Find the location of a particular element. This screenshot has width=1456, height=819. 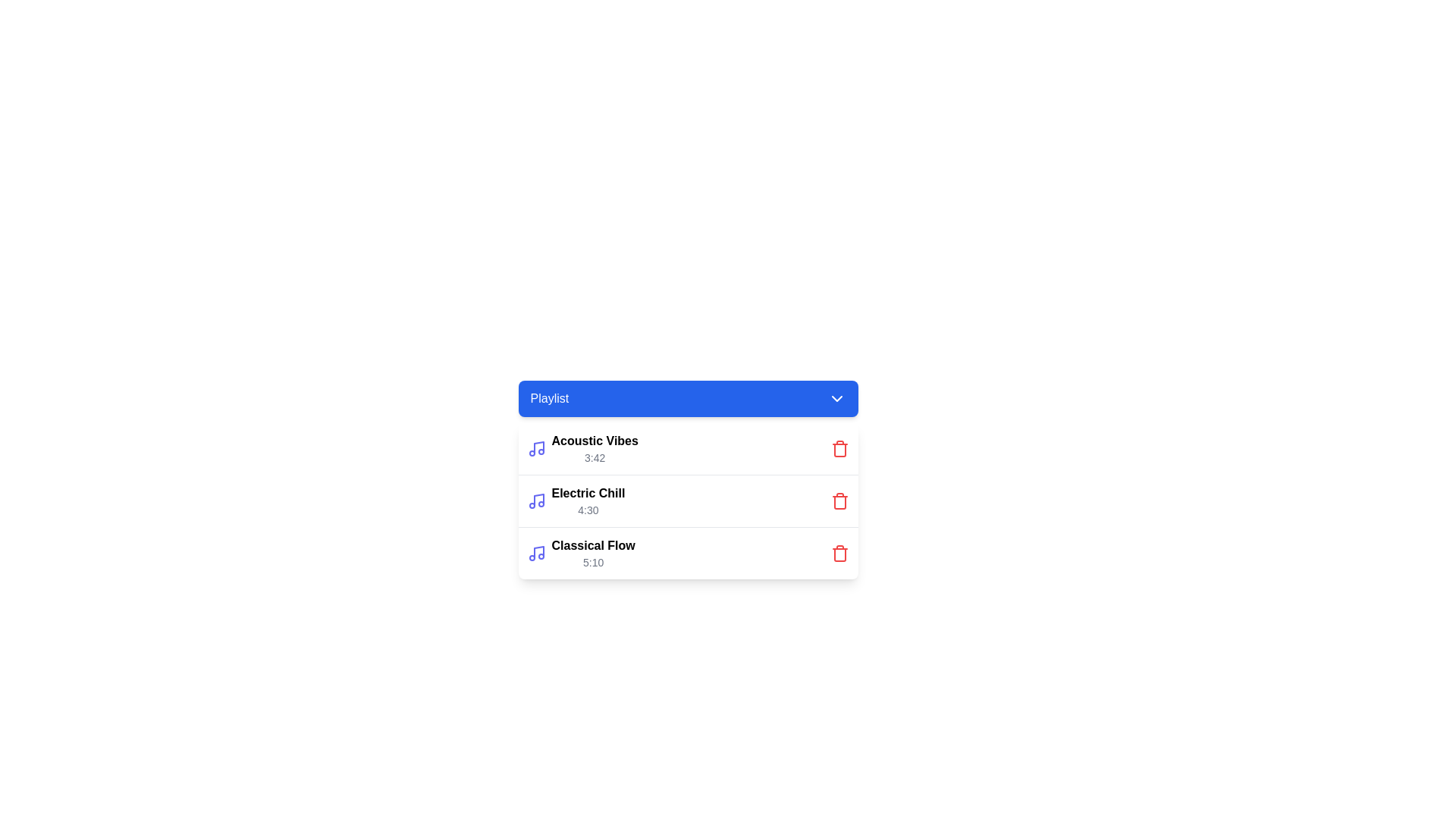

the list item labeled 'Electric Chill' with a musical note icon, positioned between 'Acoustic Vibes' and 'Classical Flow' is located at coordinates (575, 500).